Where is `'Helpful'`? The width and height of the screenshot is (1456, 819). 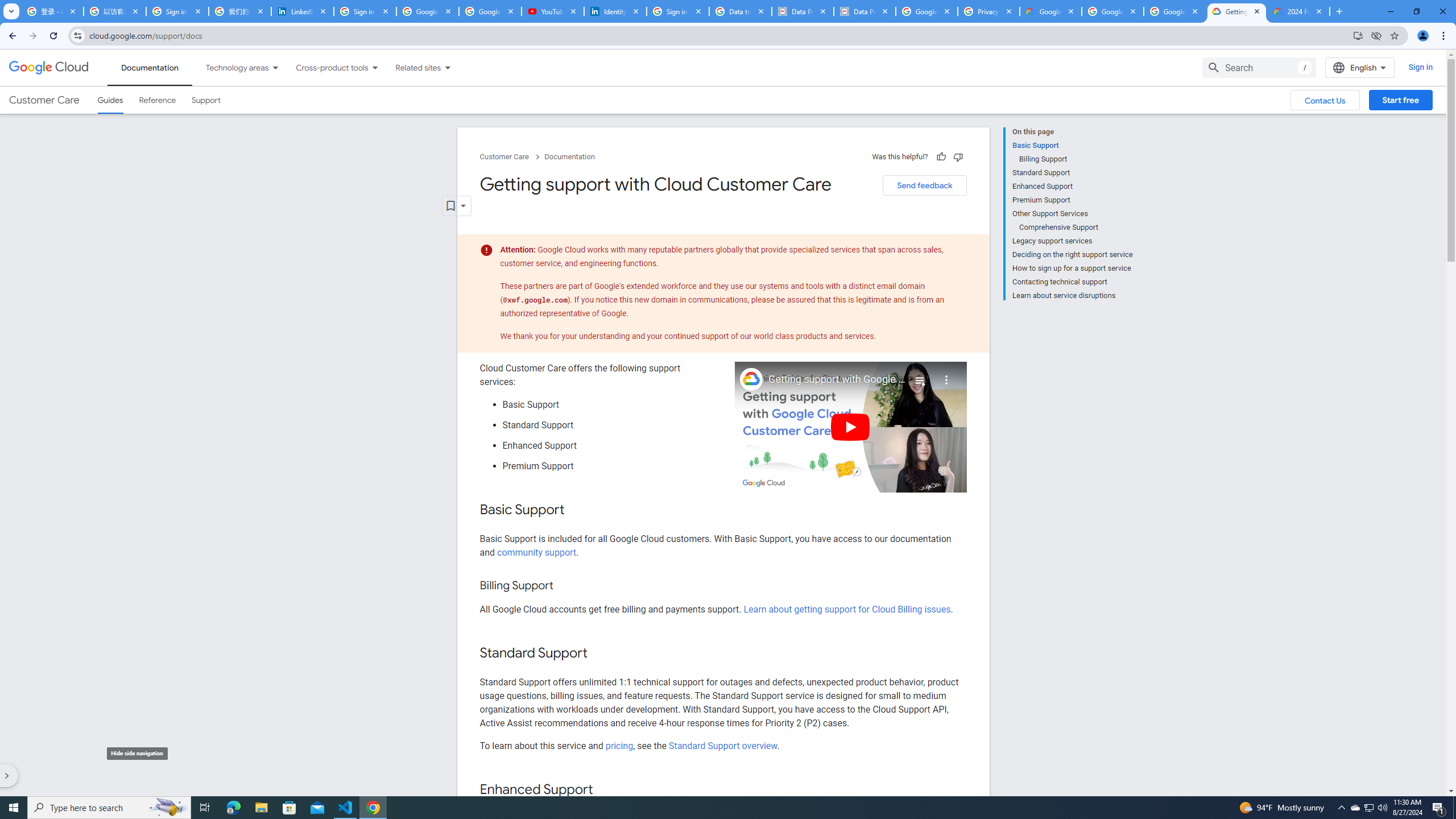
'Helpful' is located at coordinates (940, 156).